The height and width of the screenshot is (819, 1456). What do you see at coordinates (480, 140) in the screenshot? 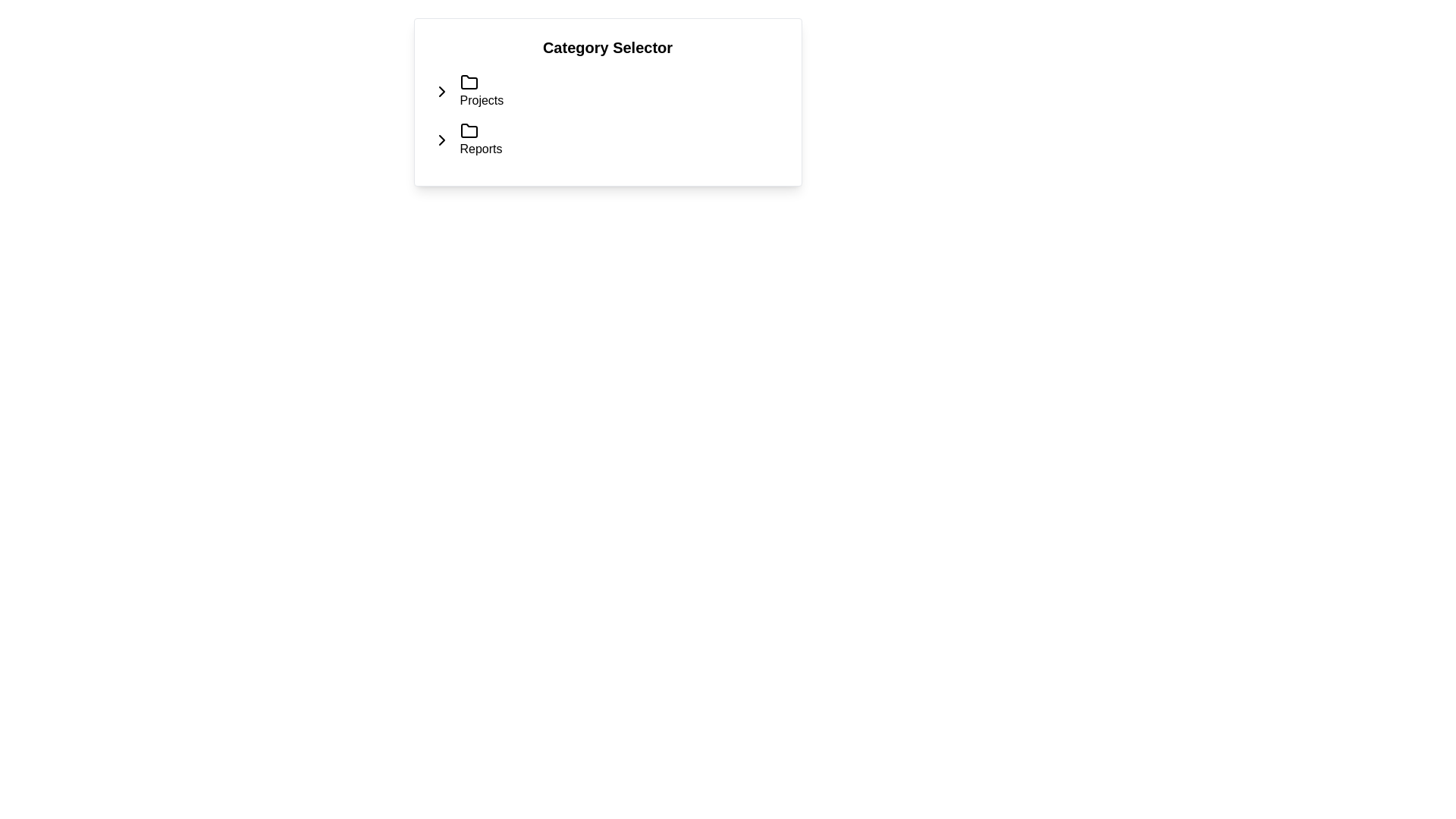
I see `the 'Reports' button, which is styled with a pointer cursor and is the second interactive item in a vertical list below the 'Projects' entry` at bounding box center [480, 140].